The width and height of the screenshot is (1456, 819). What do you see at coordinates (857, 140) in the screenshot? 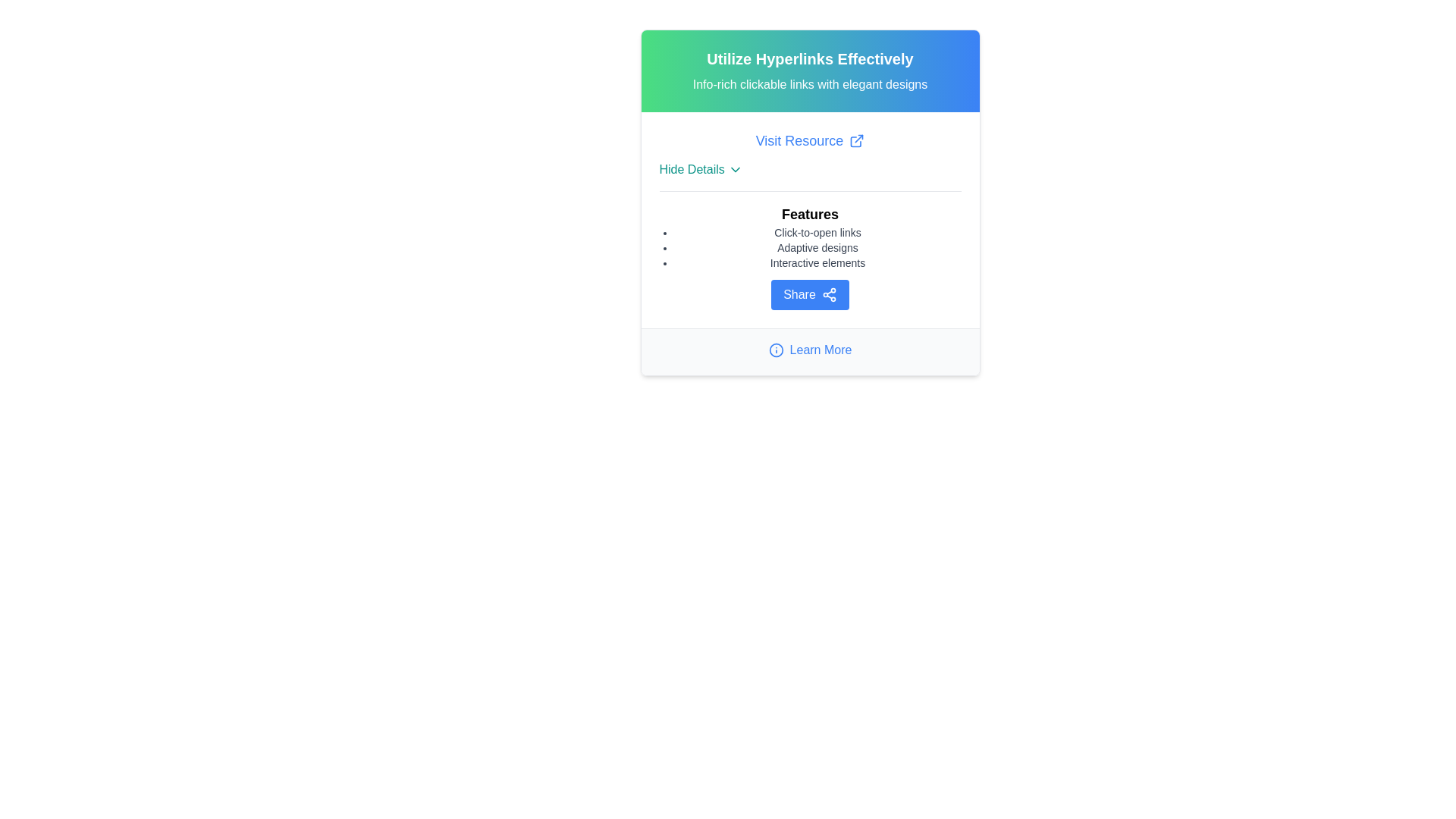
I see `the external link icon located at the top-right of the 'Visit Resource' text` at bounding box center [857, 140].